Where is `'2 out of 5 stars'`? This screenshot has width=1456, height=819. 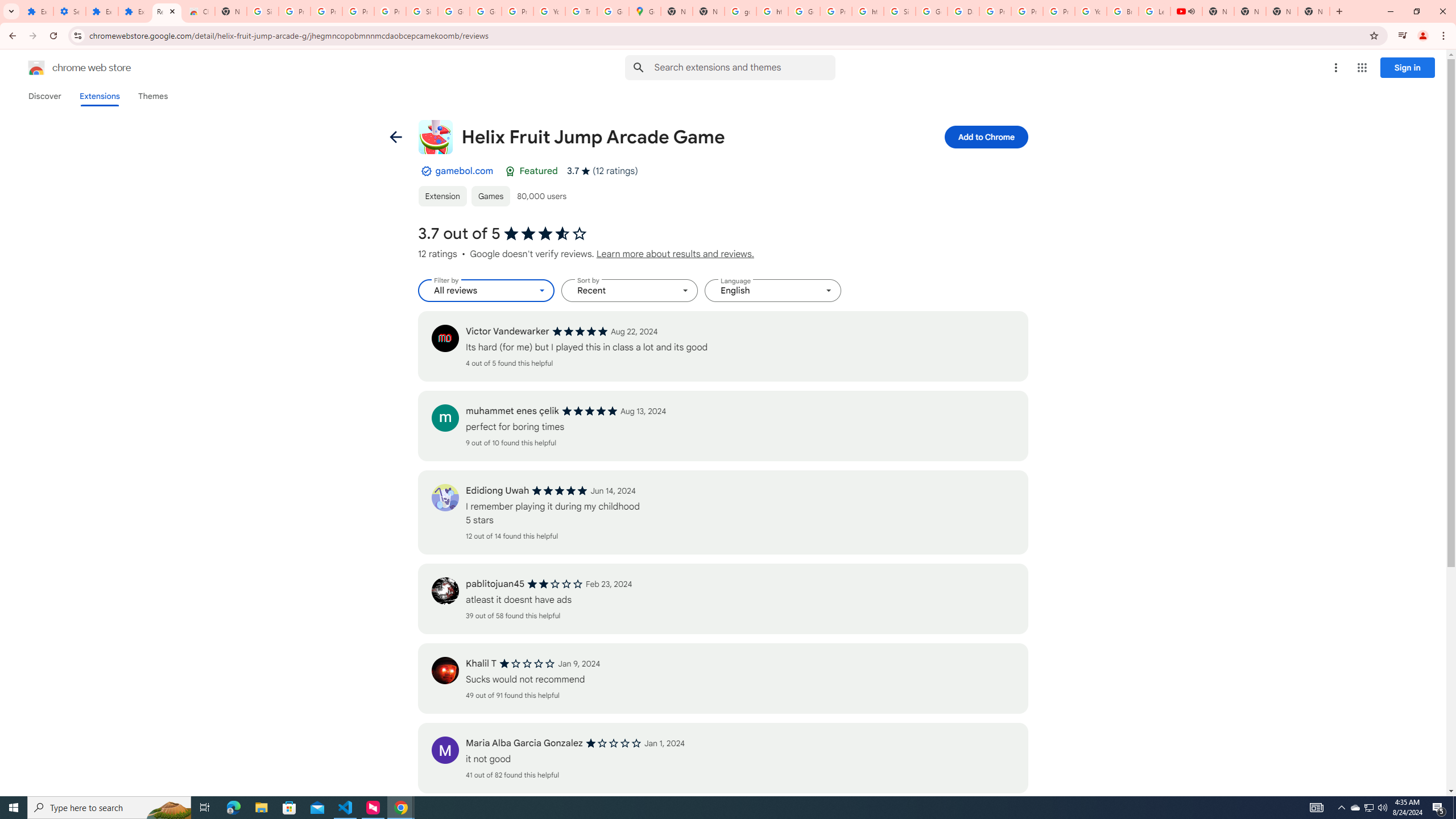
'2 out of 5 stars' is located at coordinates (555, 584).